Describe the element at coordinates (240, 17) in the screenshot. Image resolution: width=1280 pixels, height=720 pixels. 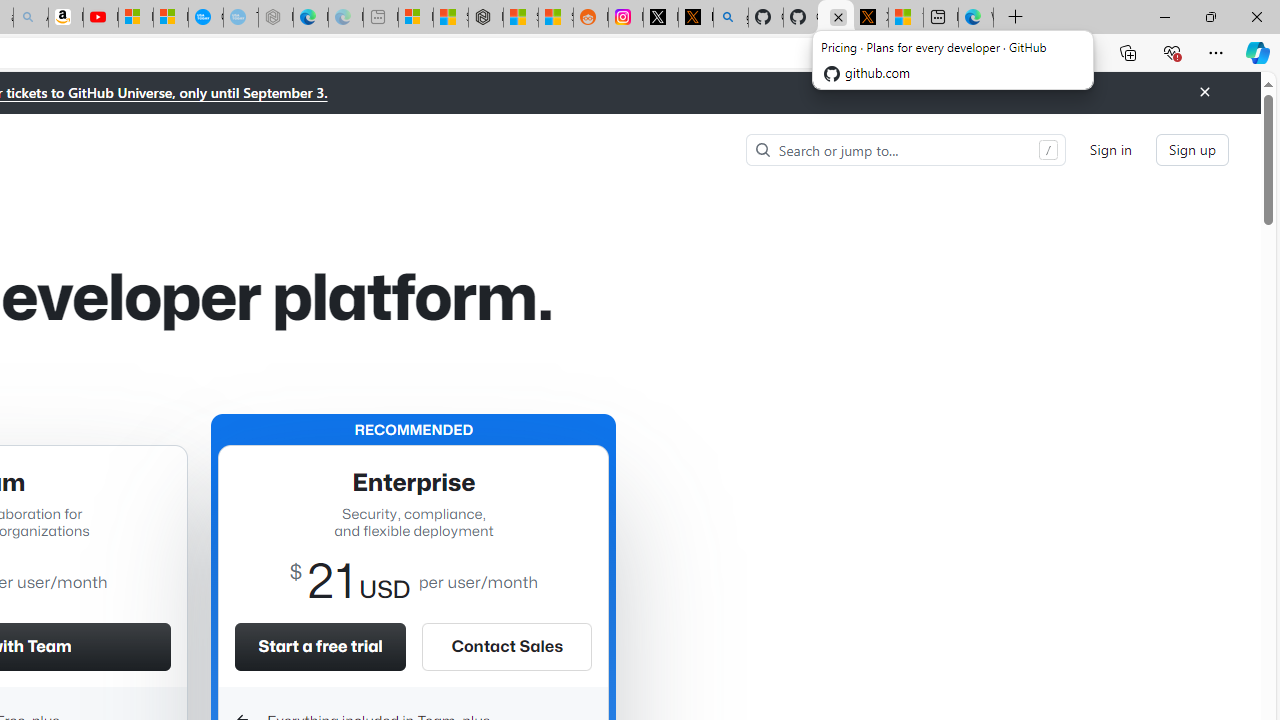
I see `'The most popular Google '` at that location.